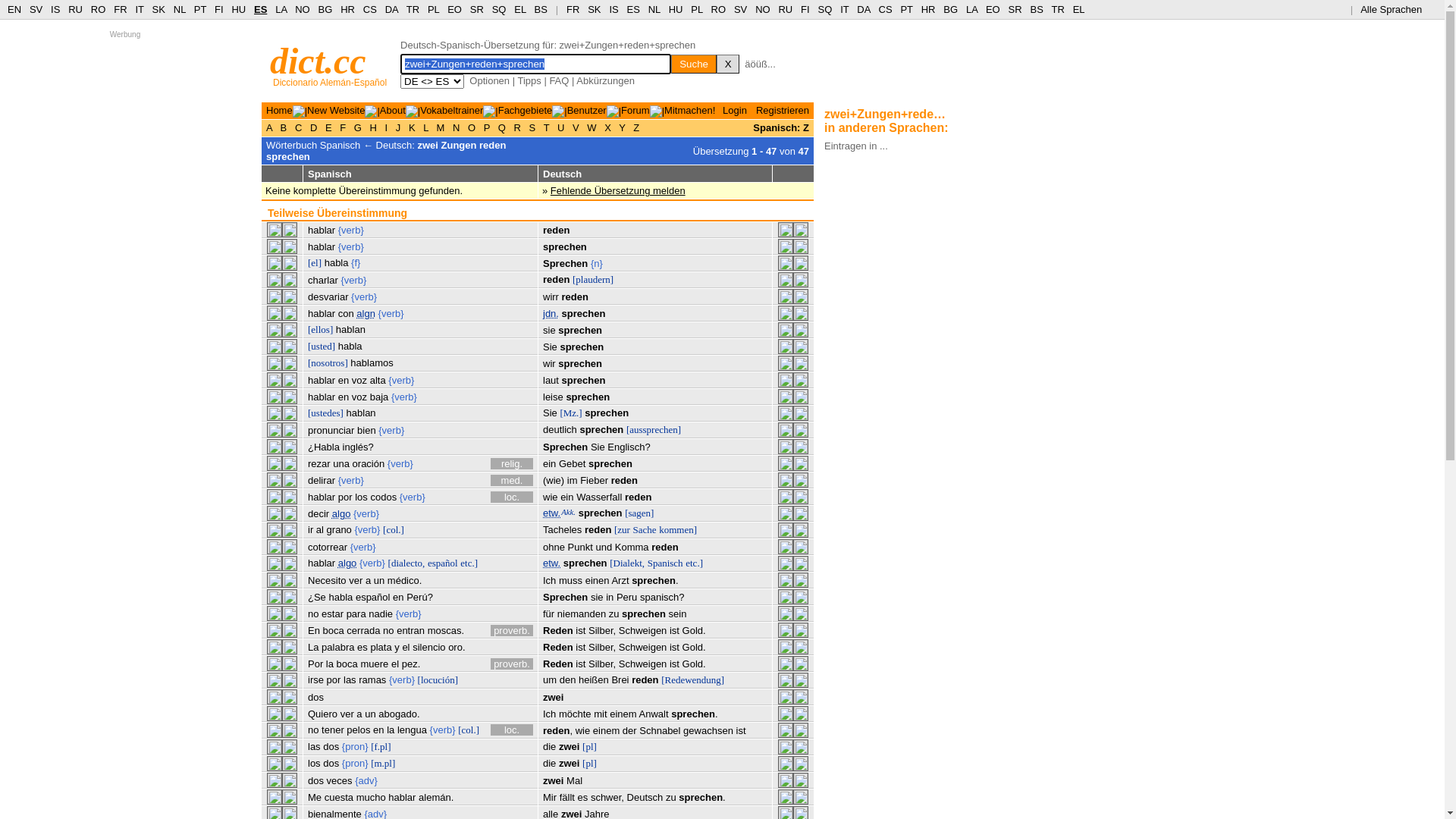 Image resolution: width=1456 pixels, height=819 pixels. I want to click on 'IS', so click(55, 9).